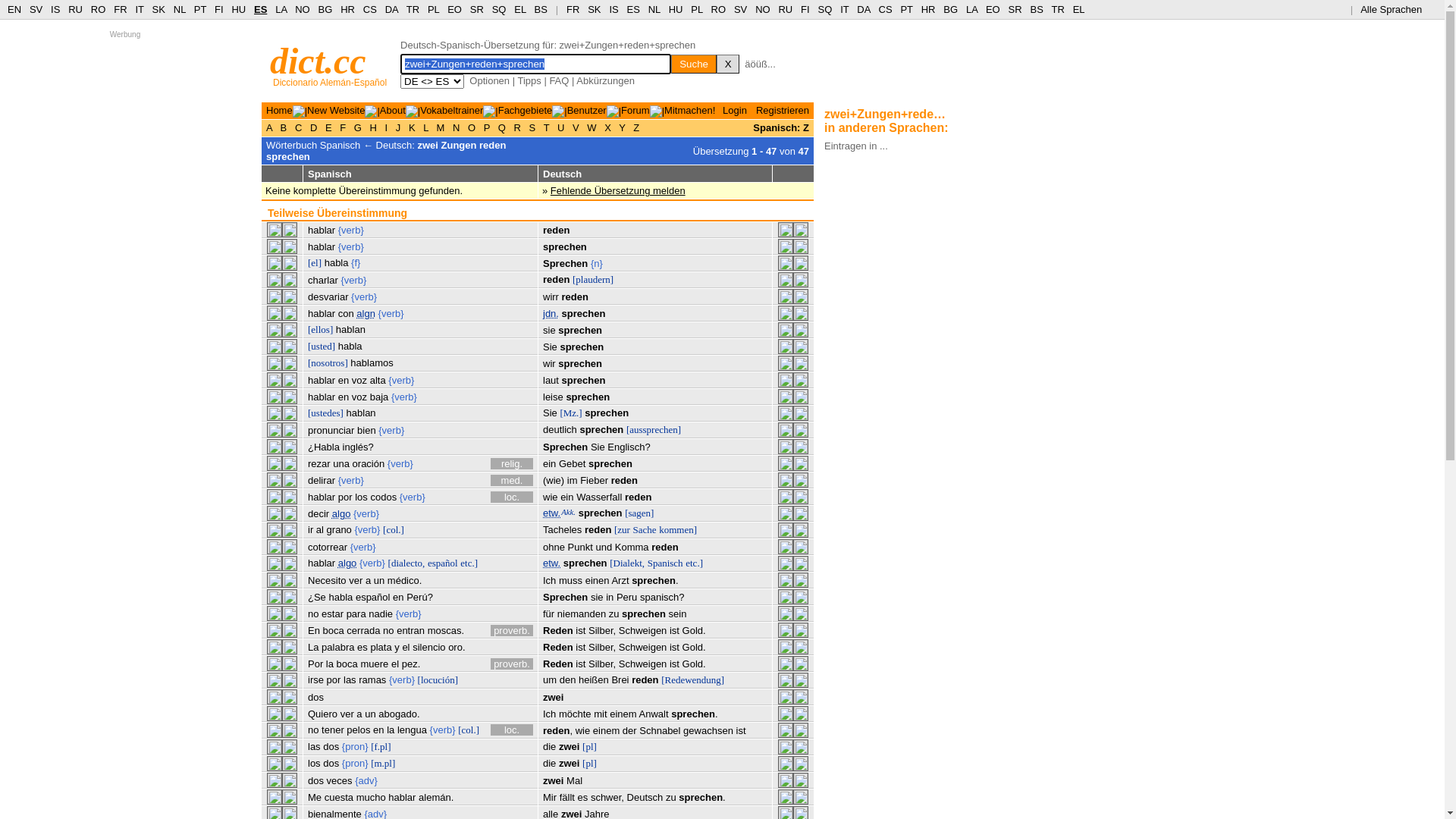 Image resolution: width=1456 pixels, height=819 pixels. I want to click on 'IS', so click(55, 9).